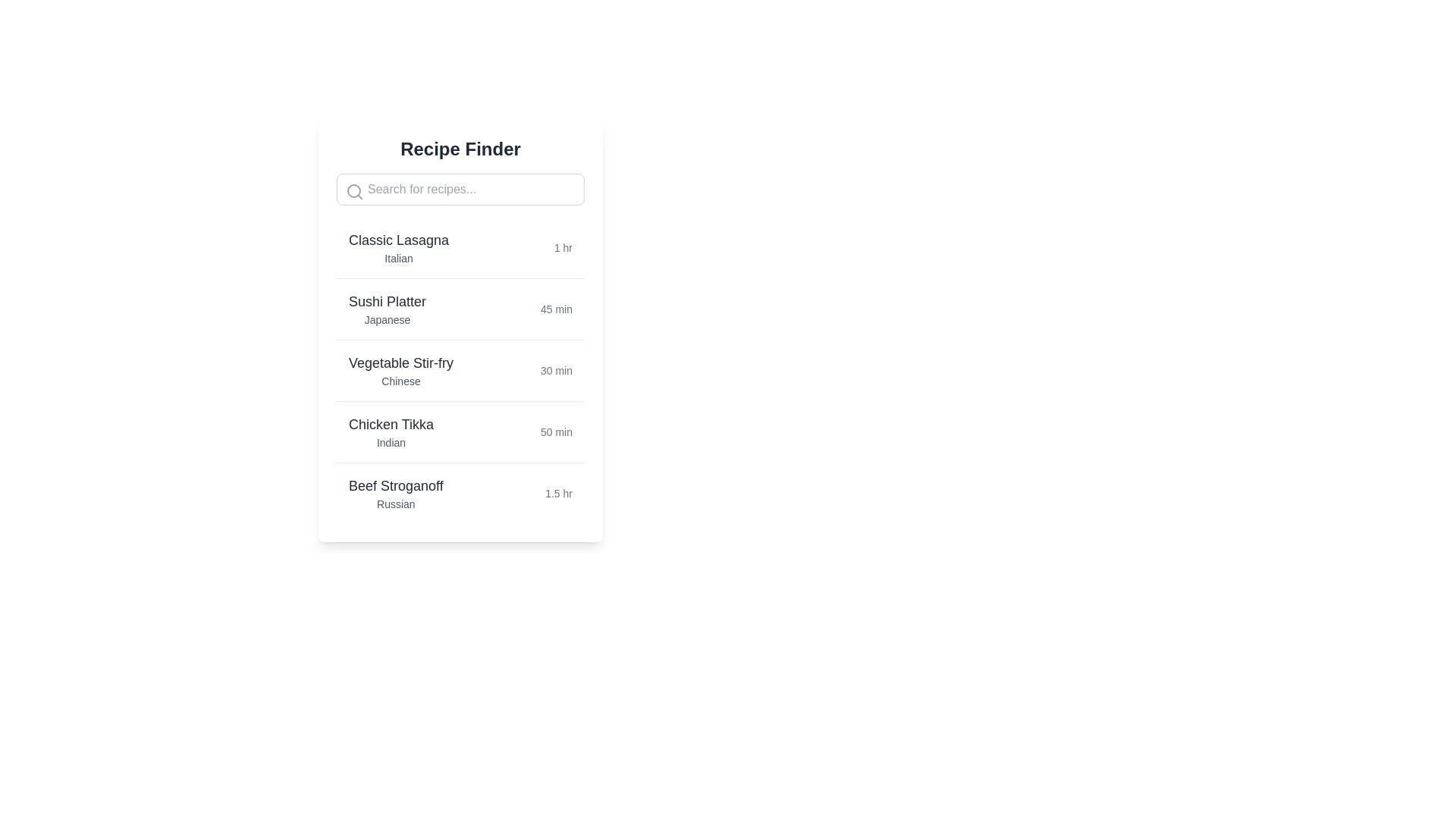 The height and width of the screenshot is (819, 1456). Describe the element at coordinates (460, 370) in the screenshot. I see `the 'Vegetable Stir-fry' item in the recipe list` at that location.